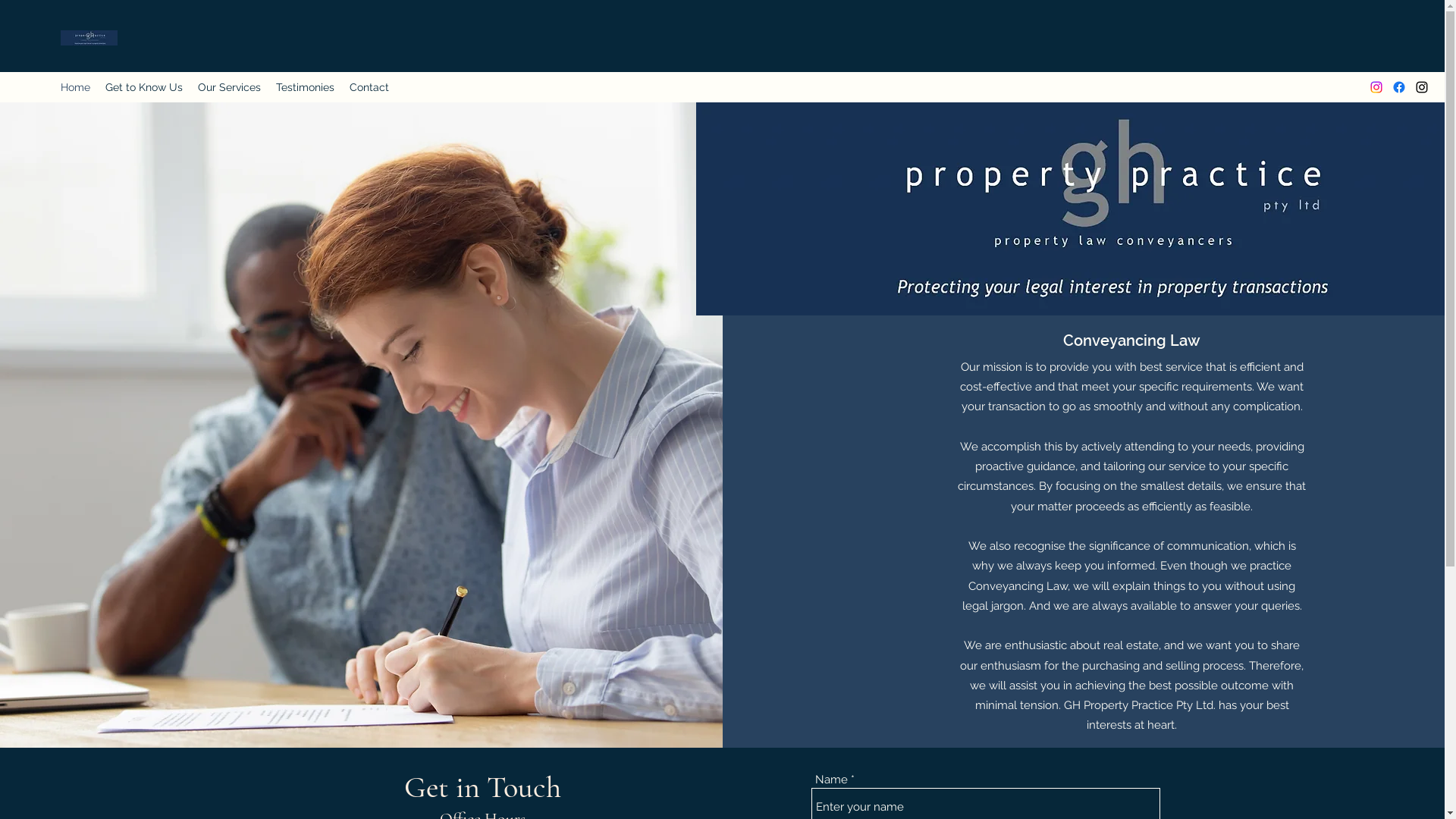 This screenshot has width=1456, height=819. Describe the element at coordinates (228, 87) in the screenshot. I see `'Our Services'` at that location.